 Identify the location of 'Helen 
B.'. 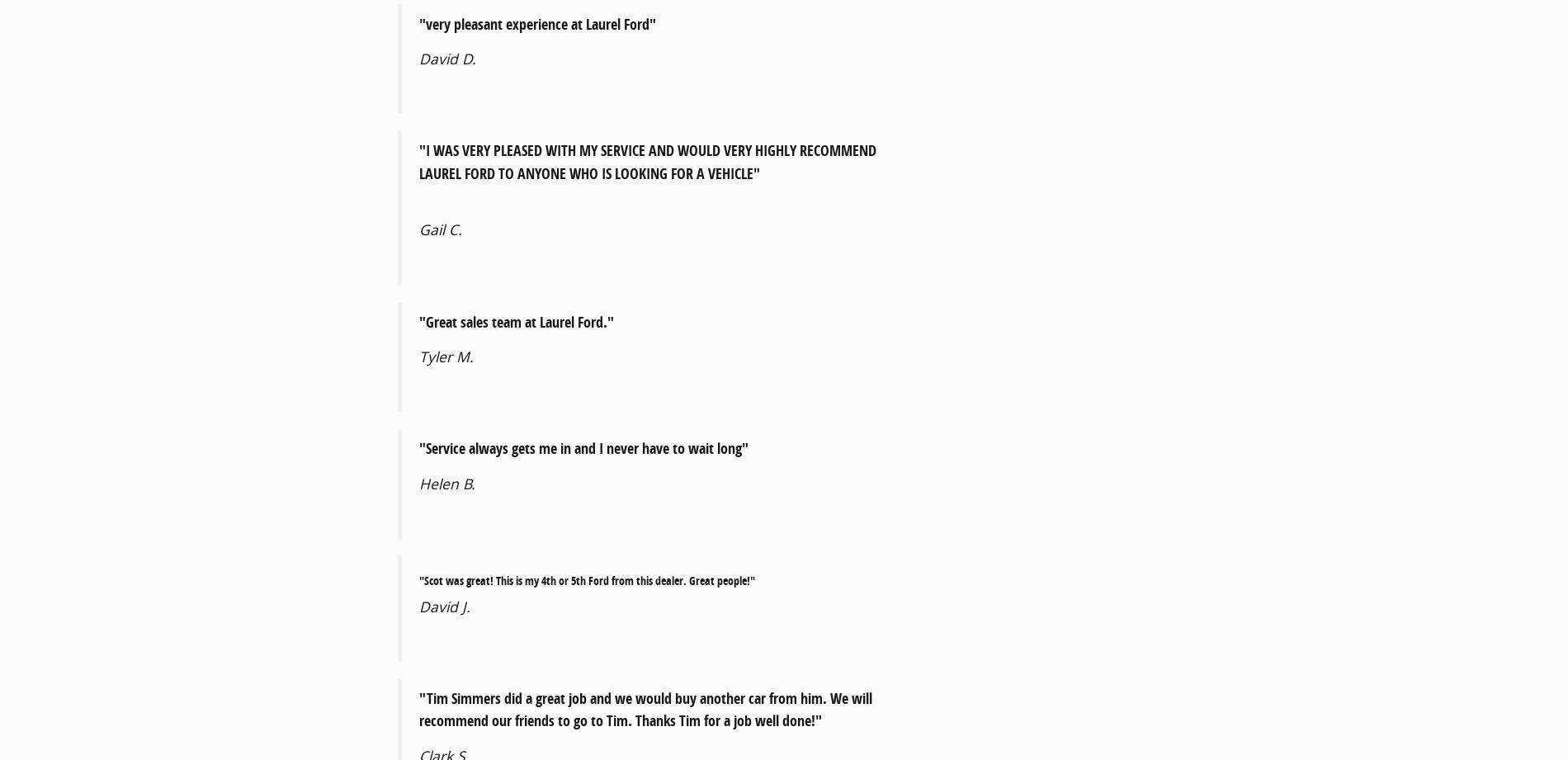
(447, 482).